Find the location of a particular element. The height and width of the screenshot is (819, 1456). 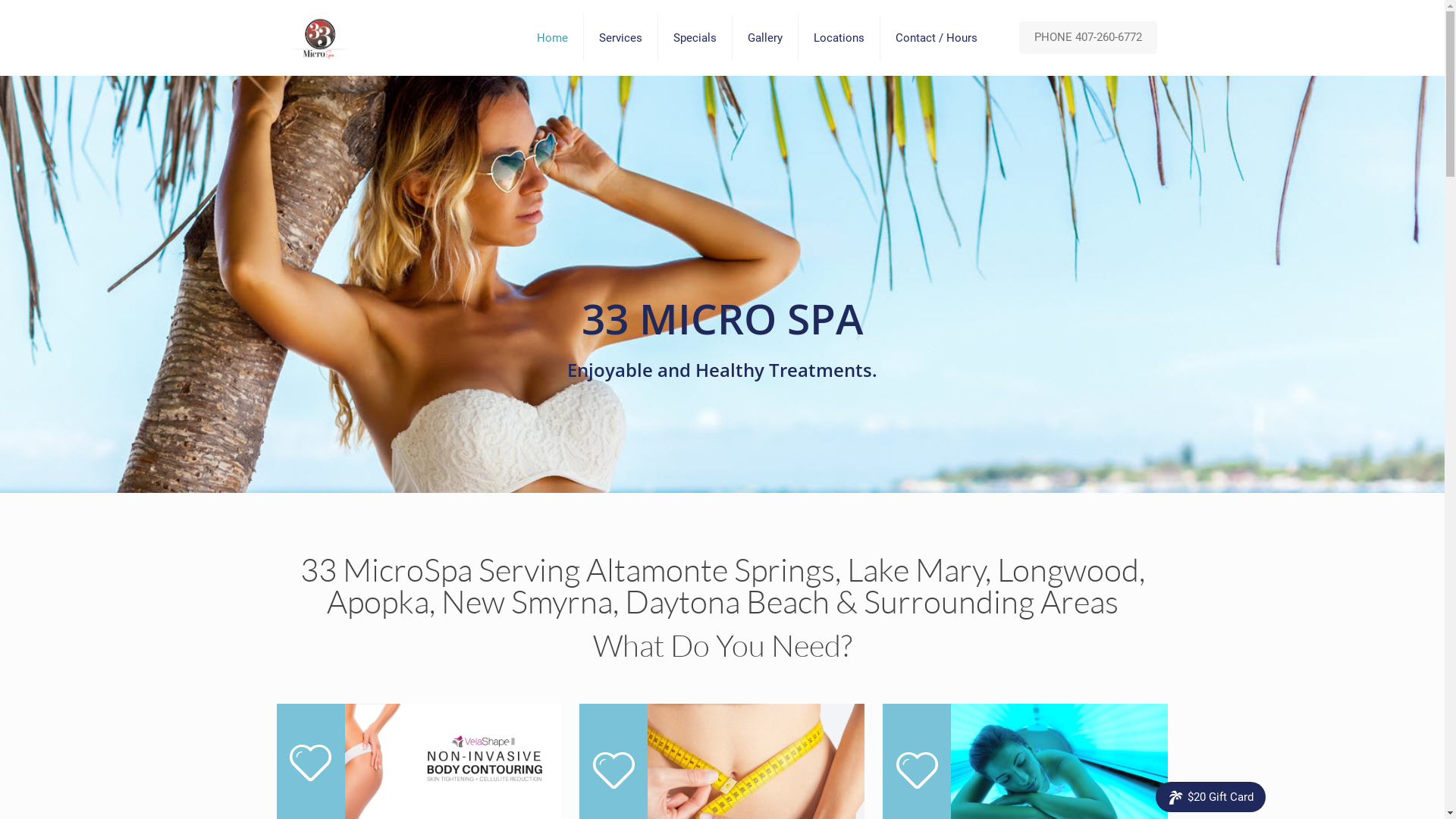

'PHONE 407-260-6772' is located at coordinates (1087, 36).